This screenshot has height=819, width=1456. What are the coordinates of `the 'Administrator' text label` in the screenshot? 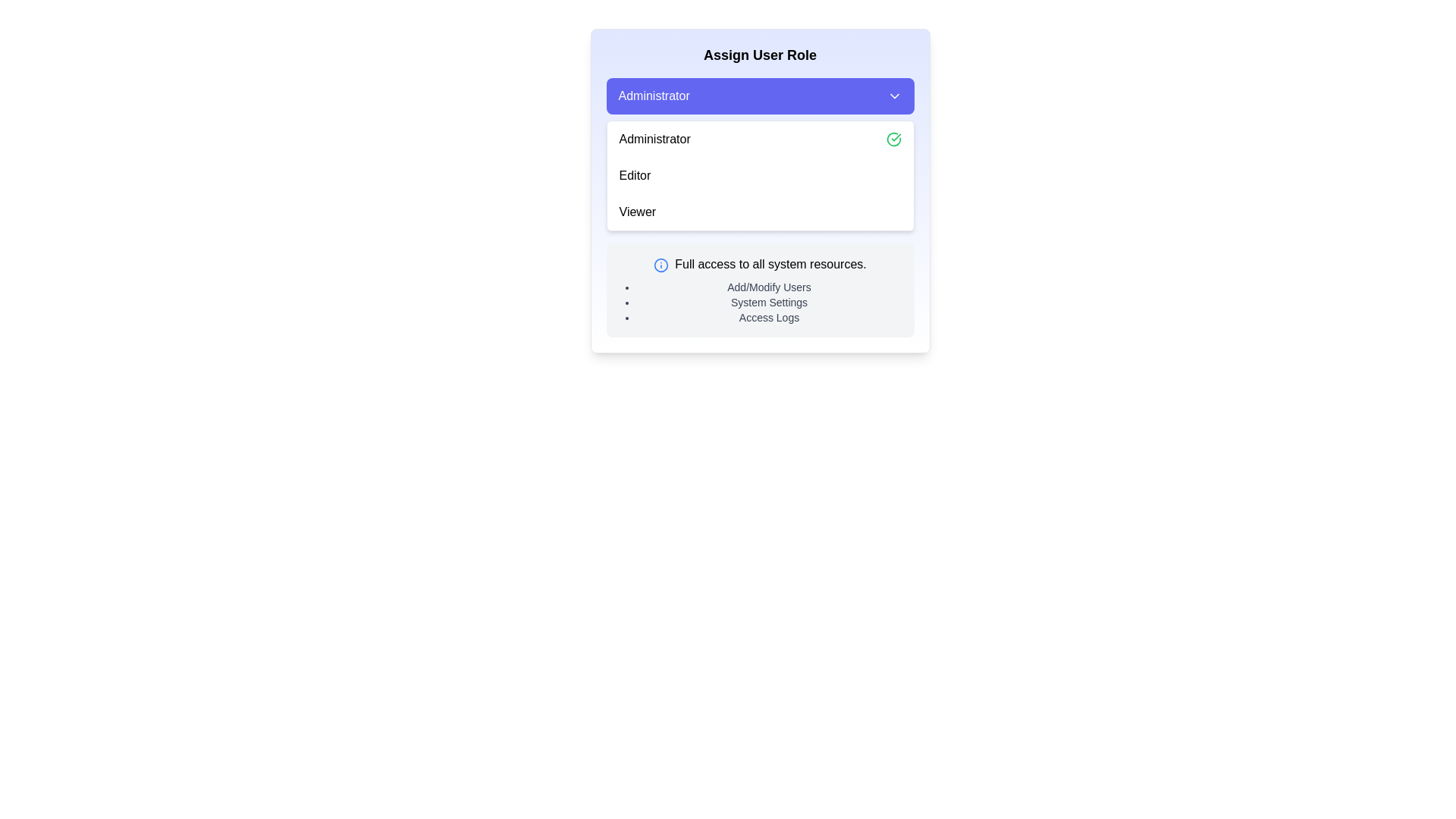 It's located at (654, 140).